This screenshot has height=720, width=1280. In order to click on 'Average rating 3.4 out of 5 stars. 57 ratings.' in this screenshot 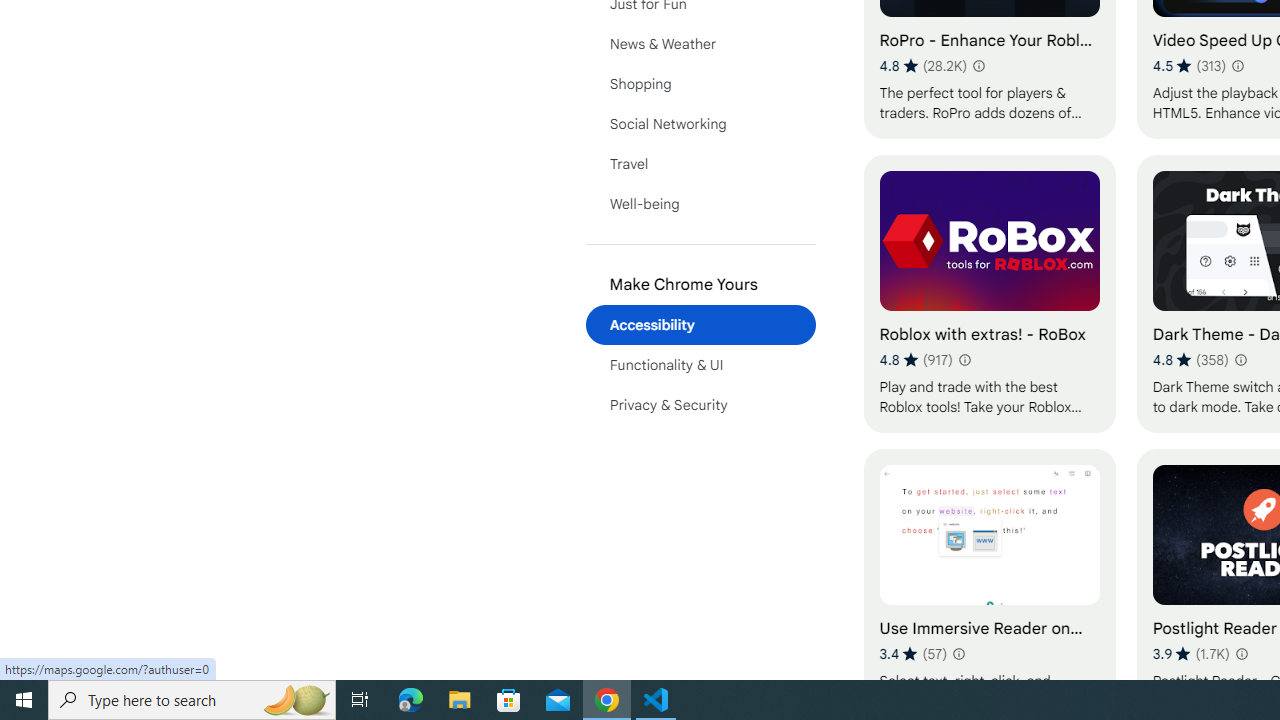, I will do `click(912, 653)`.